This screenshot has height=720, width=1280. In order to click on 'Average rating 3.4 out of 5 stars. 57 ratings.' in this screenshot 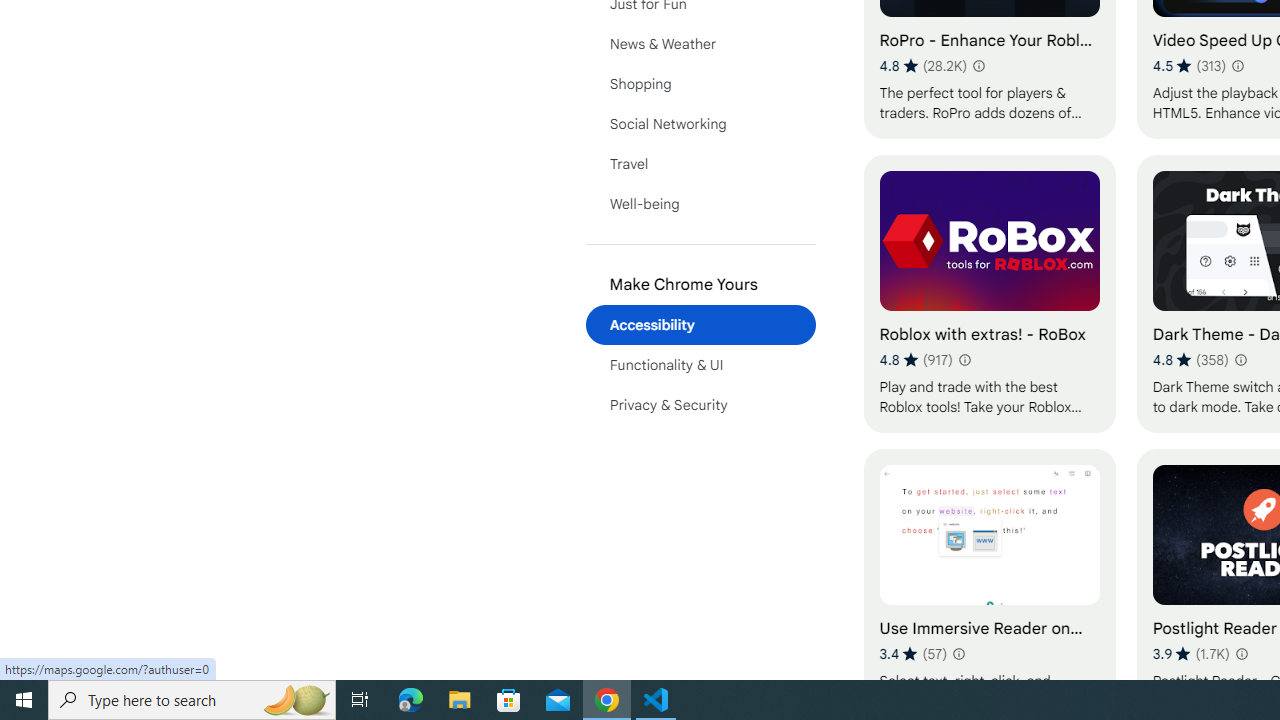, I will do `click(912, 653)`.